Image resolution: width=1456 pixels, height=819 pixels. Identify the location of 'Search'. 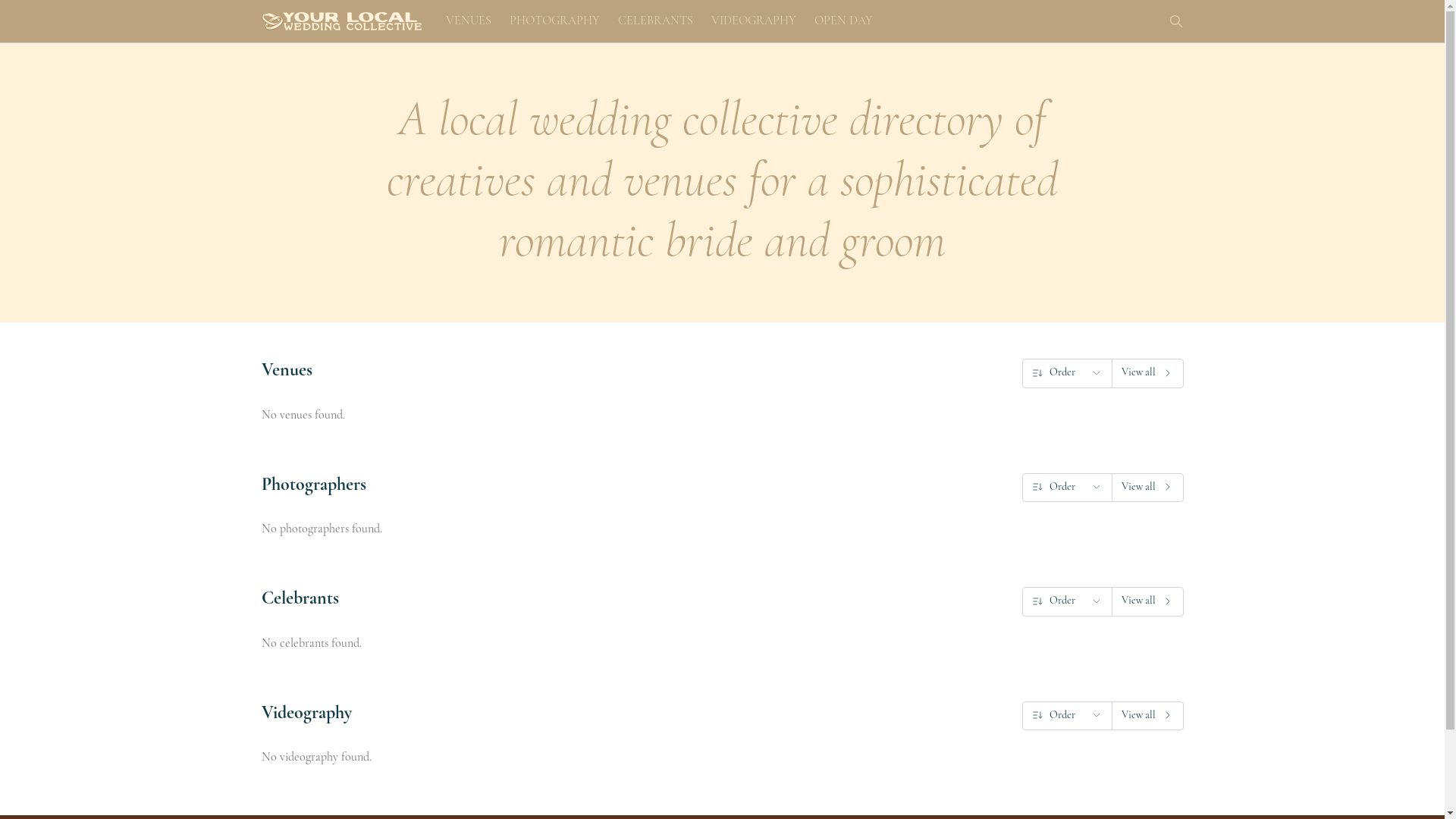
(1175, 20).